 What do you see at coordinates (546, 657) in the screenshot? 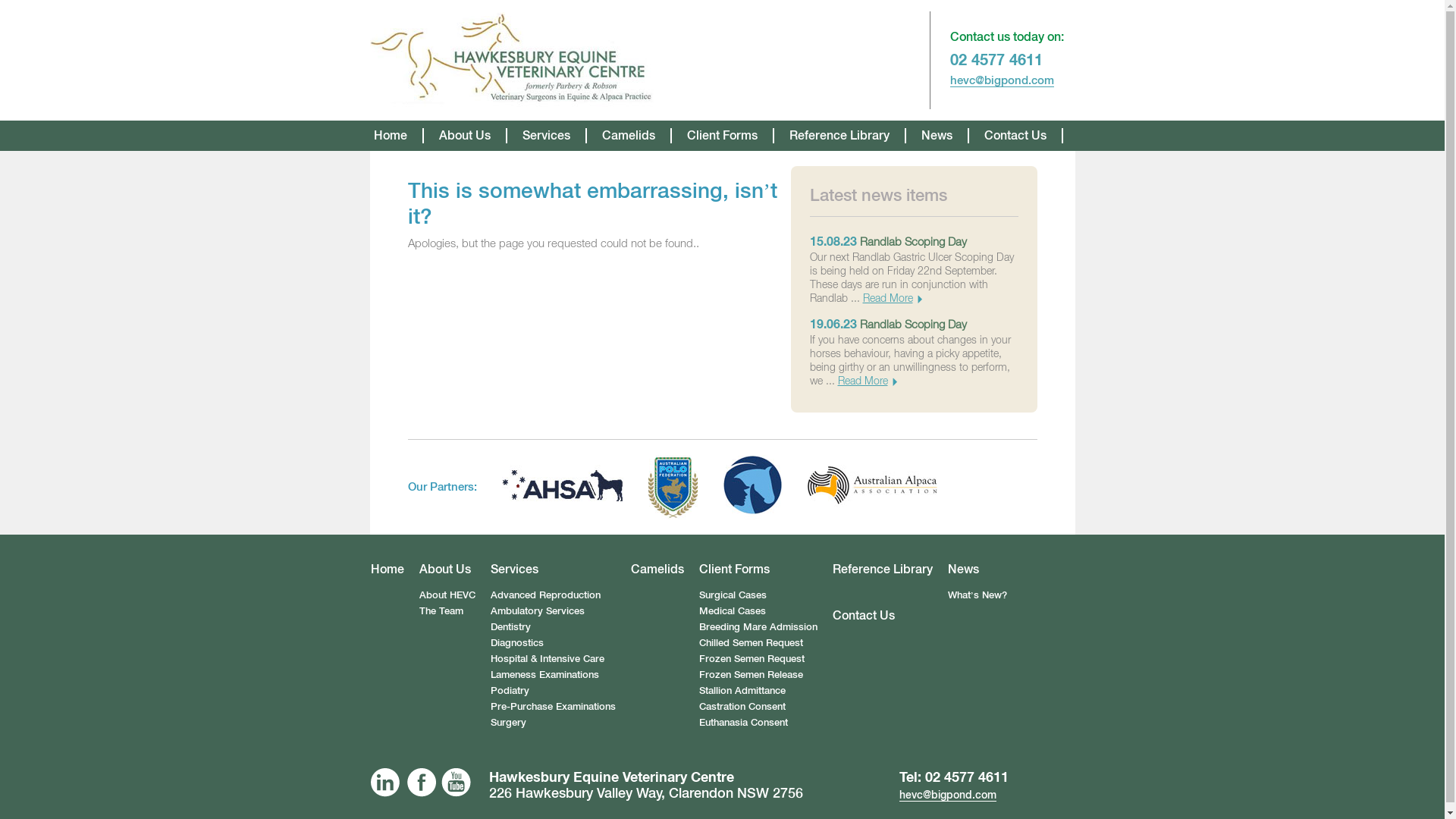
I see `'Hospital & Intensive Care'` at bounding box center [546, 657].